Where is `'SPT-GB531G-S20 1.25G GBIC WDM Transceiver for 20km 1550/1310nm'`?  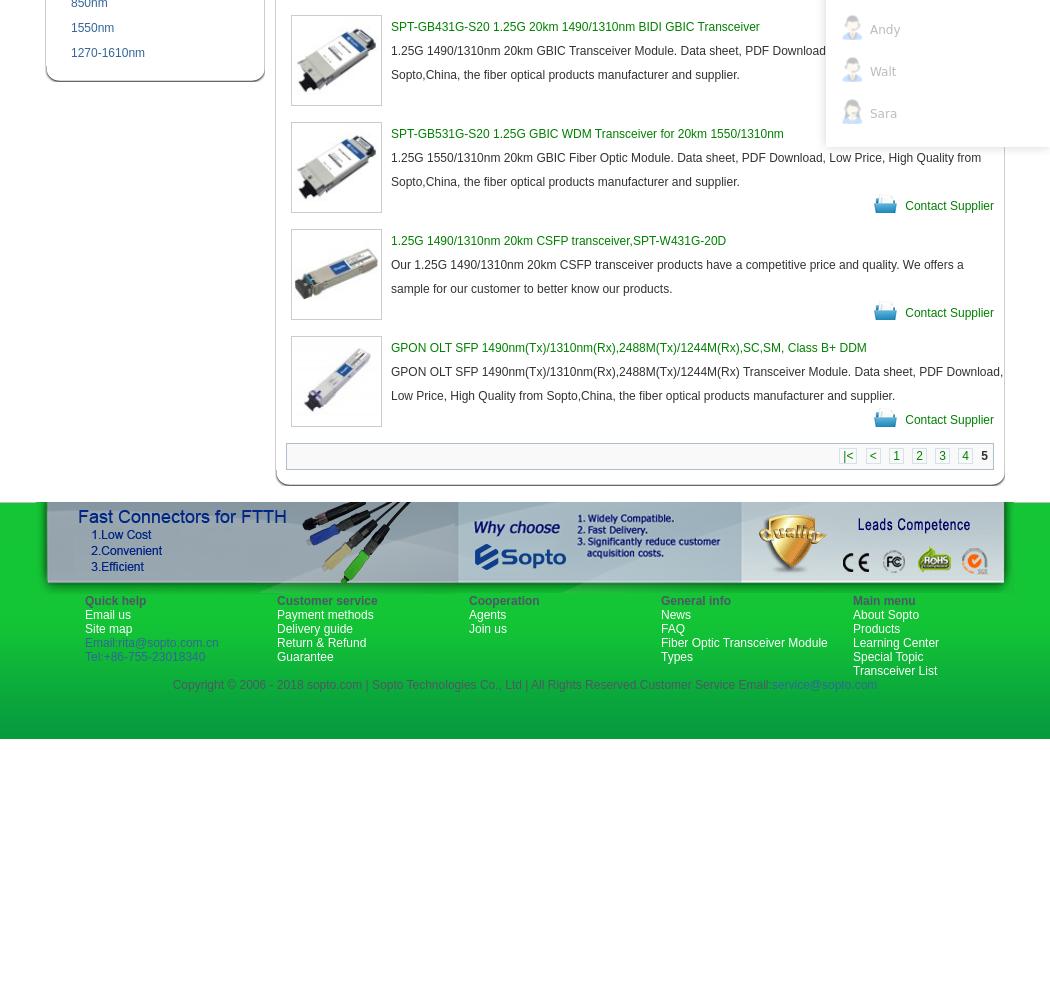
'SPT-GB531G-S20 1.25G GBIC WDM Transceiver for 20km 1550/1310nm' is located at coordinates (391, 134).